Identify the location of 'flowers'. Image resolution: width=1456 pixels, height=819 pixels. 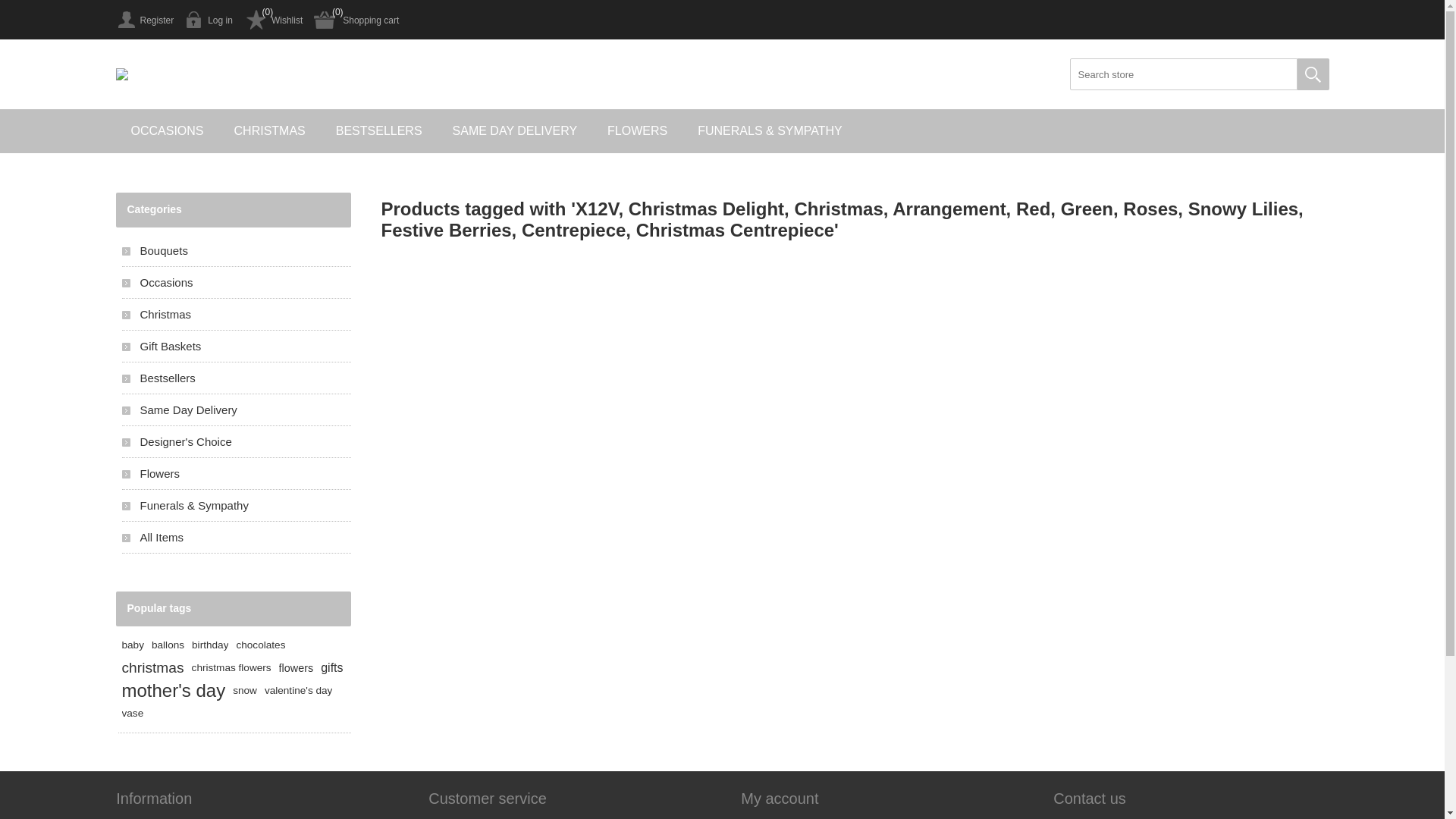
(296, 667).